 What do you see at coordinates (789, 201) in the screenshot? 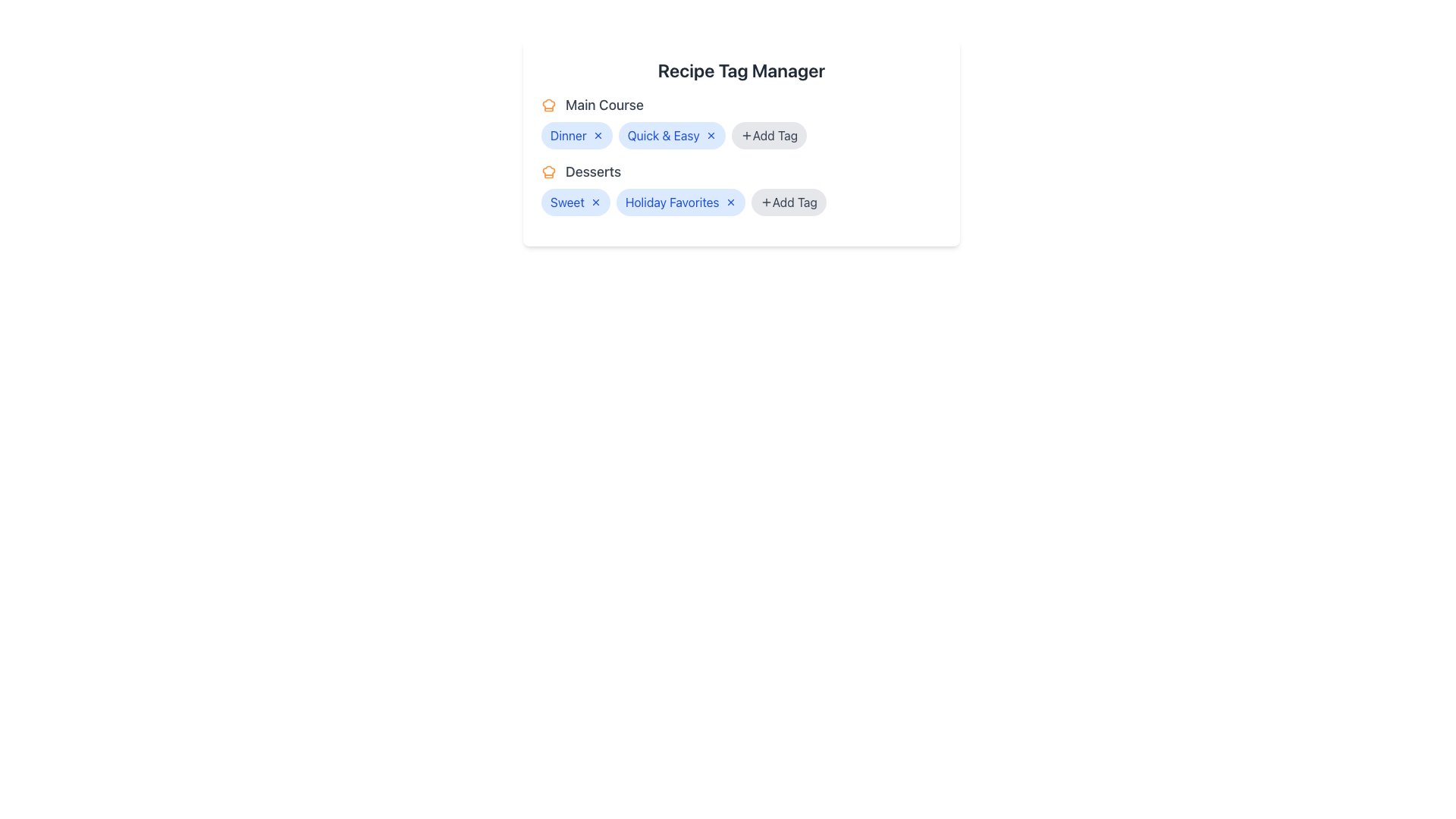
I see `the pill-shaped button with a gray background labeled 'Add Tag' located in the 'Desserts' section` at bounding box center [789, 201].